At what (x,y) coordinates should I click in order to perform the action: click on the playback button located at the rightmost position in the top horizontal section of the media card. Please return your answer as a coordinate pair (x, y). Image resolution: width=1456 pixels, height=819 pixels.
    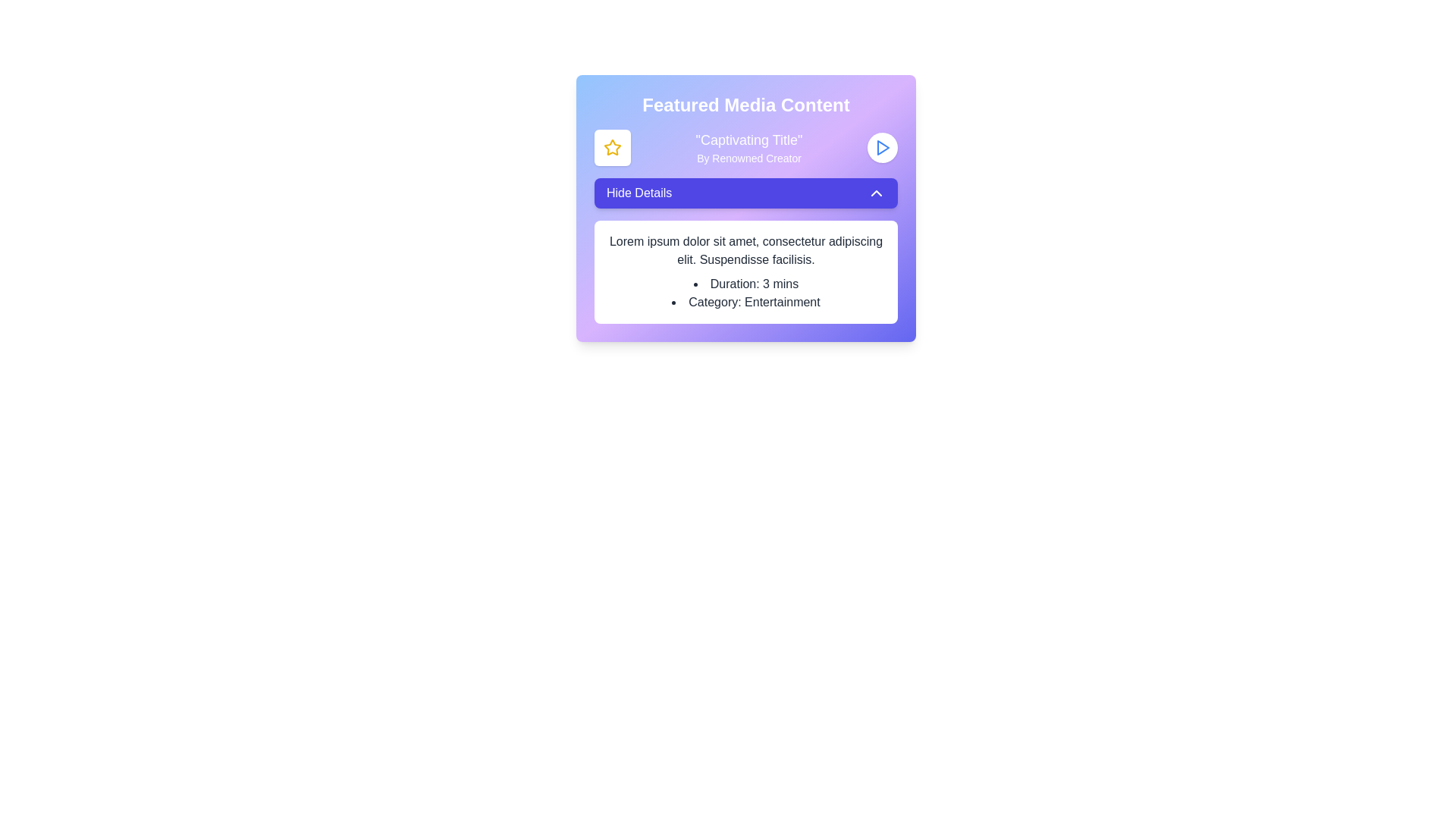
    Looking at the image, I should click on (882, 148).